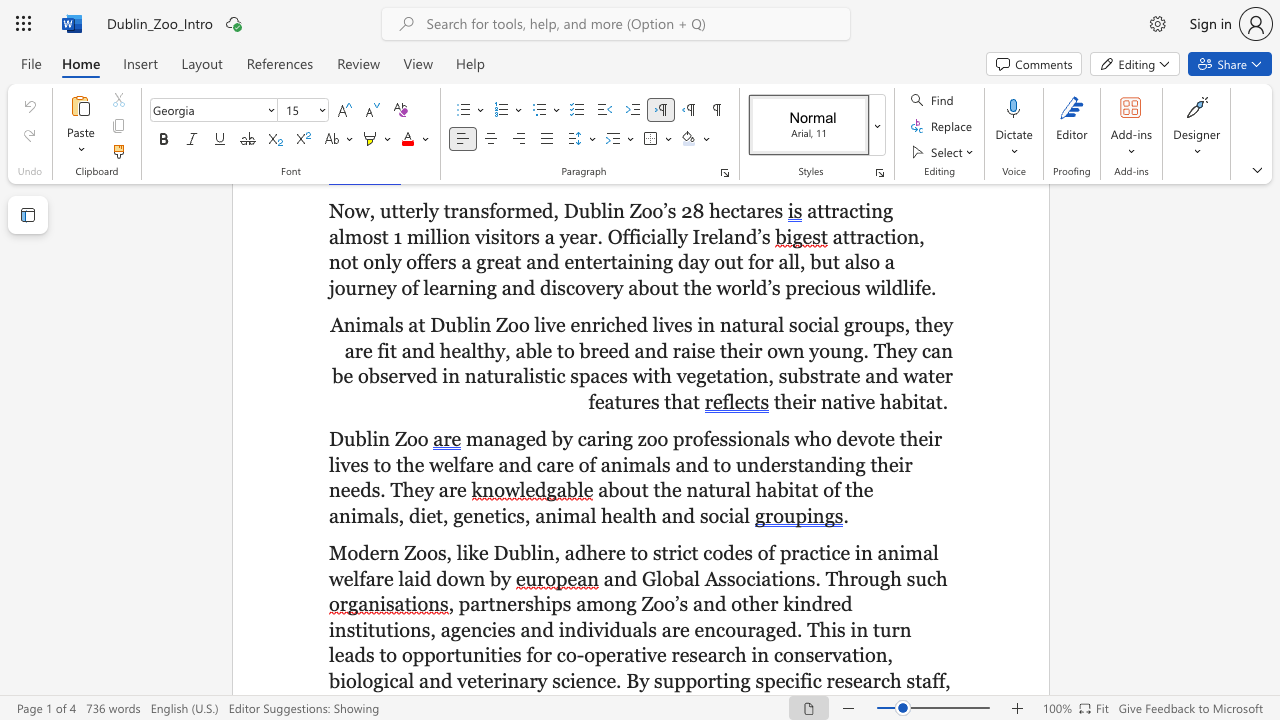 This screenshot has width=1280, height=720. What do you see at coordinates (787, 464) in the screenshot?
I see `the subset text "standin" within the text "managed by caring zoo professionals who devote their lives to the welfare and care of animals and to understanding their needs. They are"` at bounding box center [787, 464].